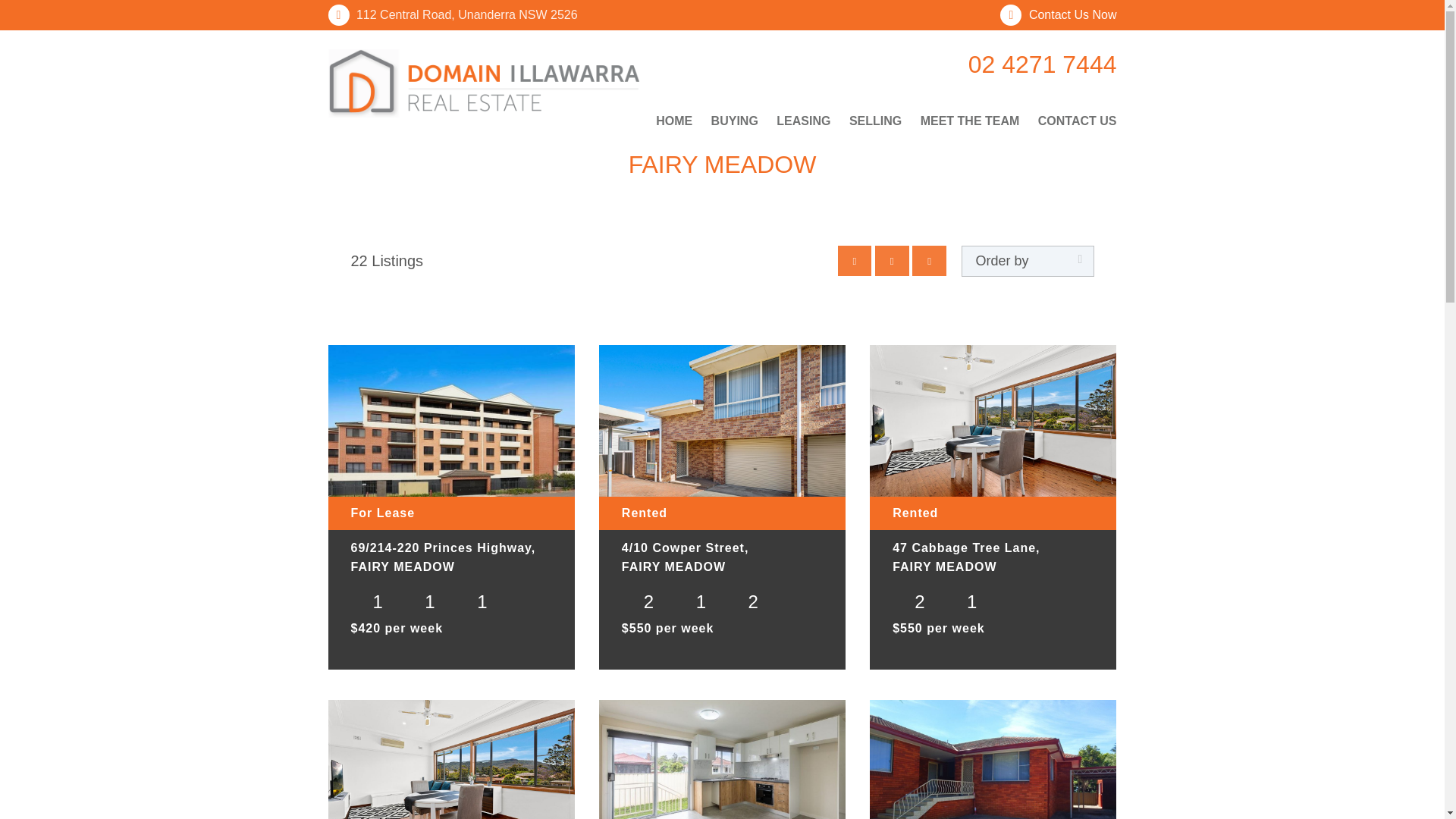 The width and height of the screenshot is (1456, 819). What do you see at coordinates (768, 120) in the screenshot?
I see `'LEASING'` at bounding box center [768, 120].